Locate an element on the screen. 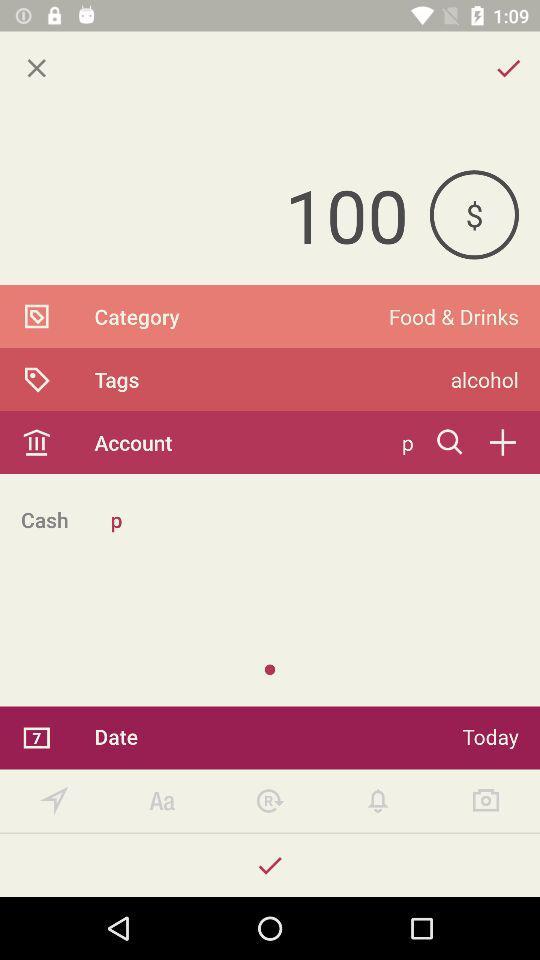 Image resolution: width=540 pixels, height=960 pixels. location is located at coordinates (54, 801).